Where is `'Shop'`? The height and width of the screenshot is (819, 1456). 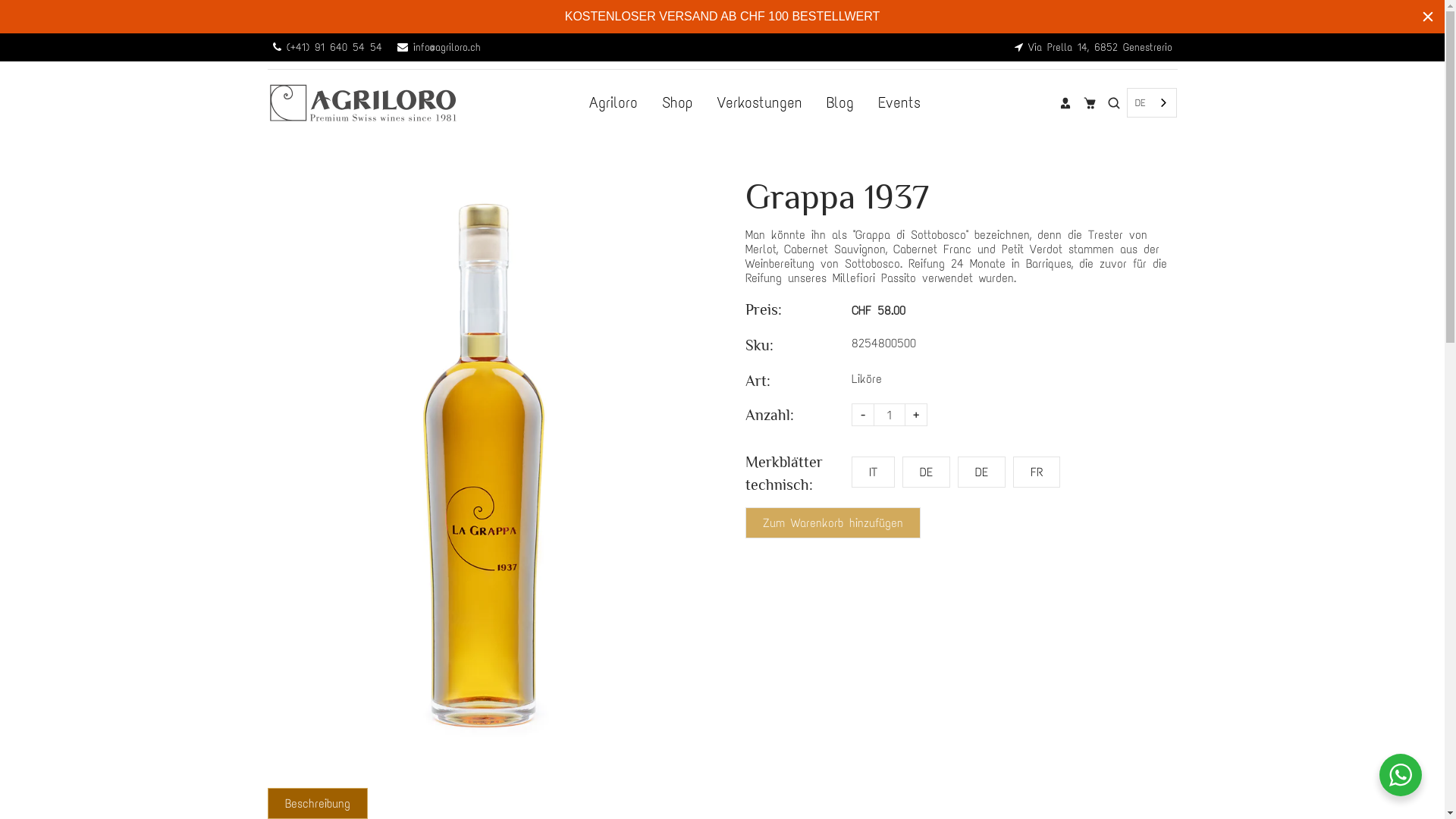 'Shop' is located at coordinates (676, 102).